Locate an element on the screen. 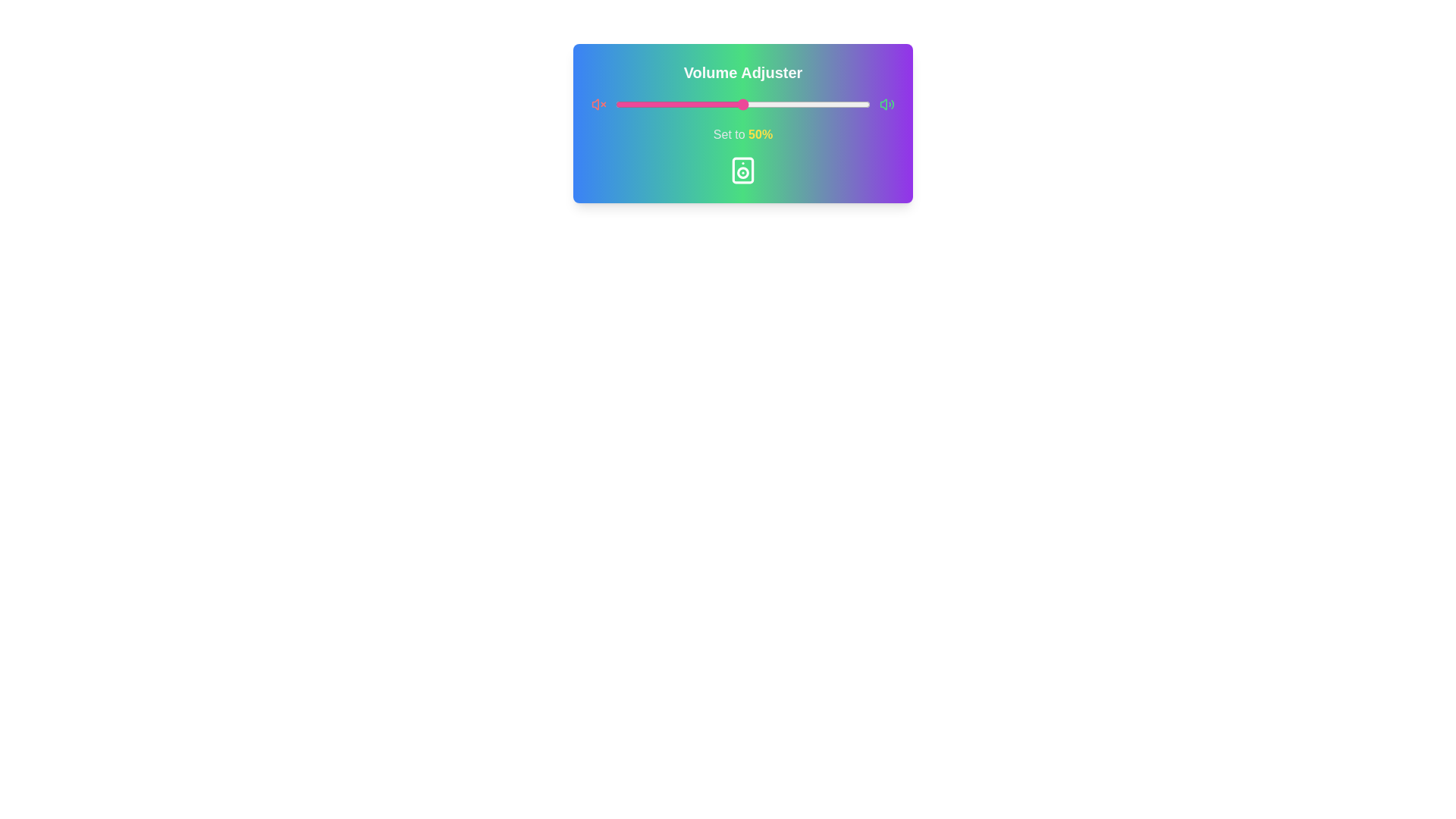 This screenshot has height=819, width=1456. the mute icon located to the left of the volume slider is located at coordinates (598, 104).